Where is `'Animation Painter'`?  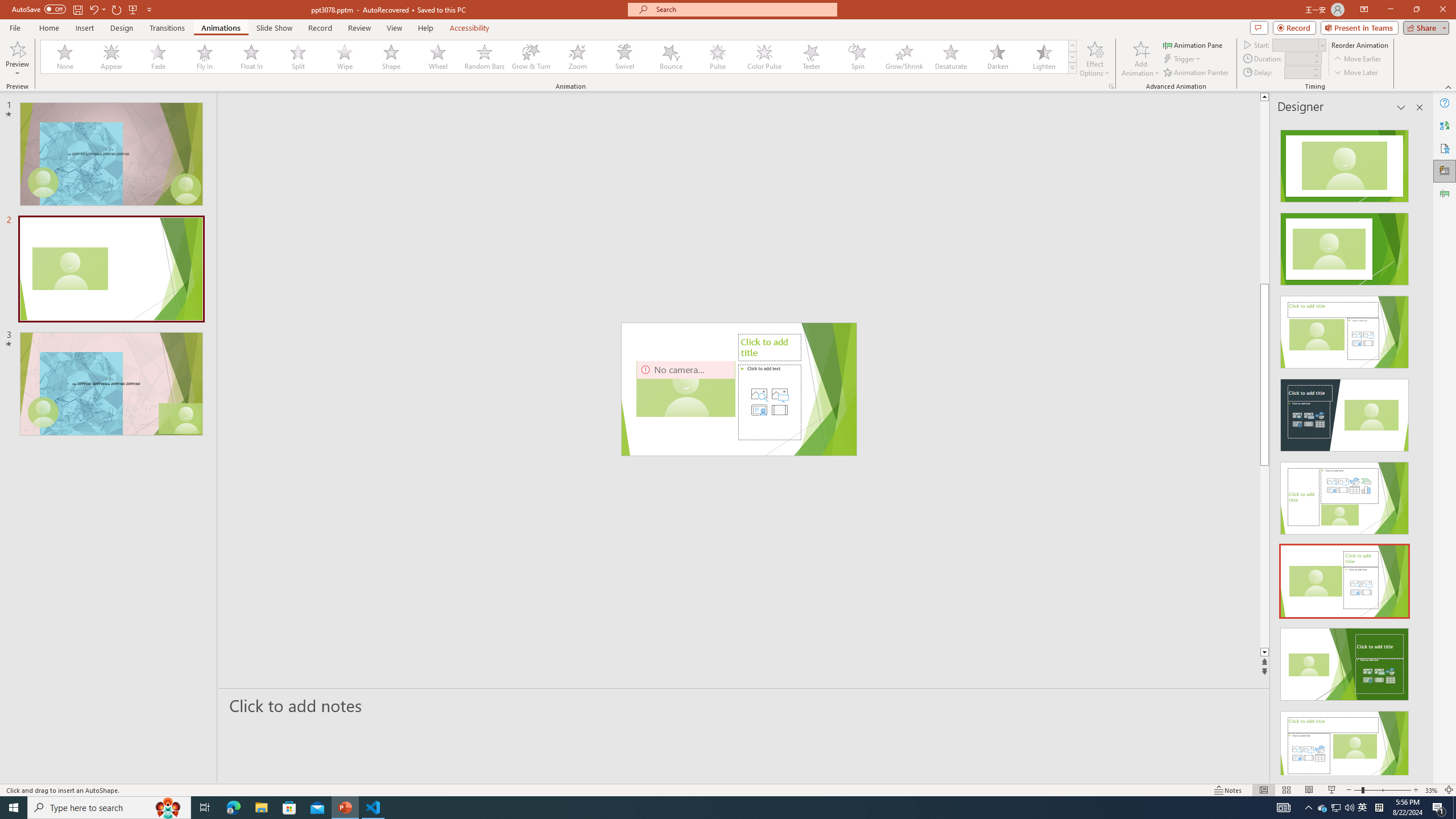 'Animation Painter' is located at coordinates (1196, 72).